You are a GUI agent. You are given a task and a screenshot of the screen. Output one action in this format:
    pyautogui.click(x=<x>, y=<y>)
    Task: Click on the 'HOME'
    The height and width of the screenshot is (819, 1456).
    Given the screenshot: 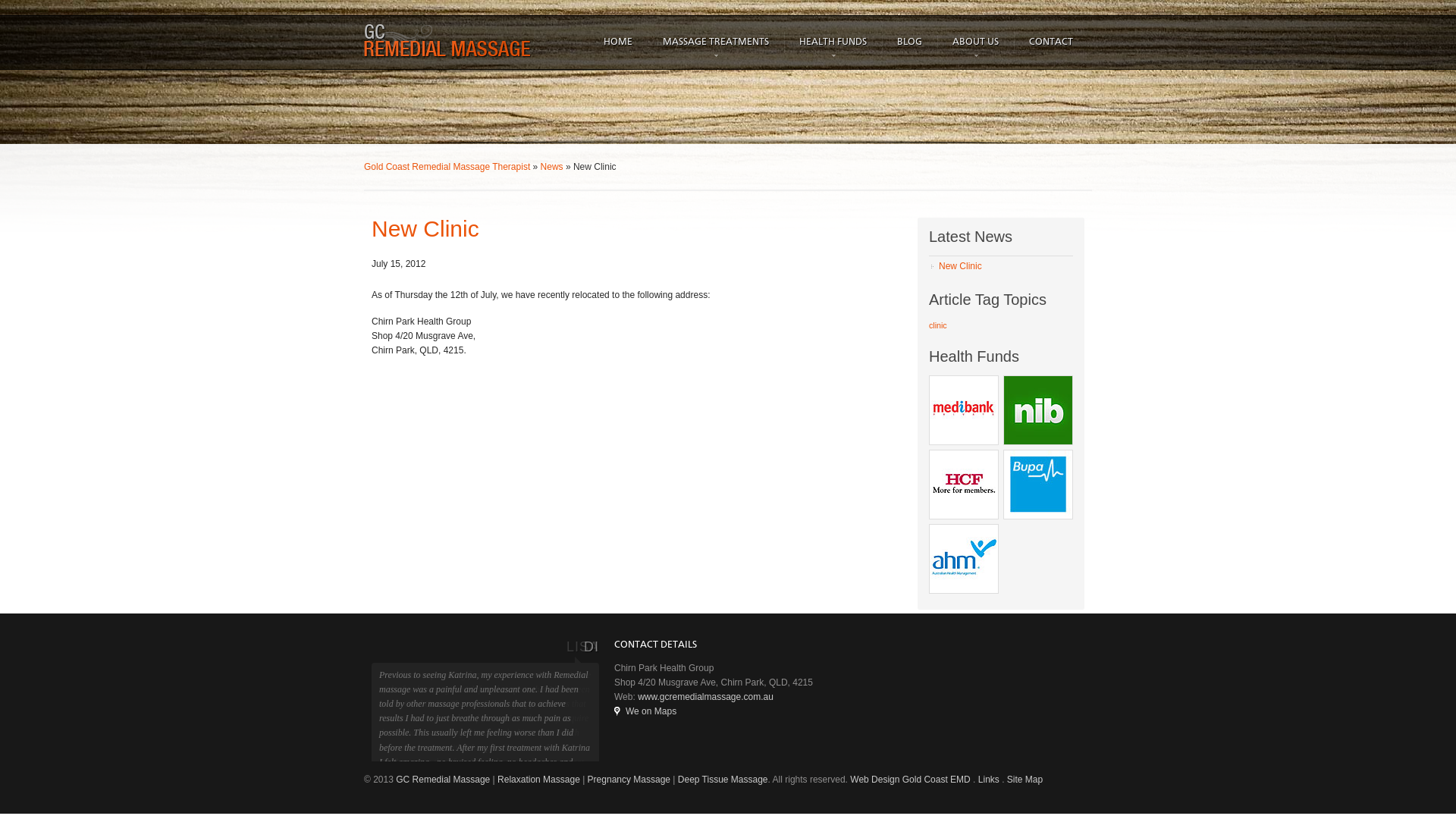 What is the action you would take?
    pyautogui.click(x=618, y=41)
    